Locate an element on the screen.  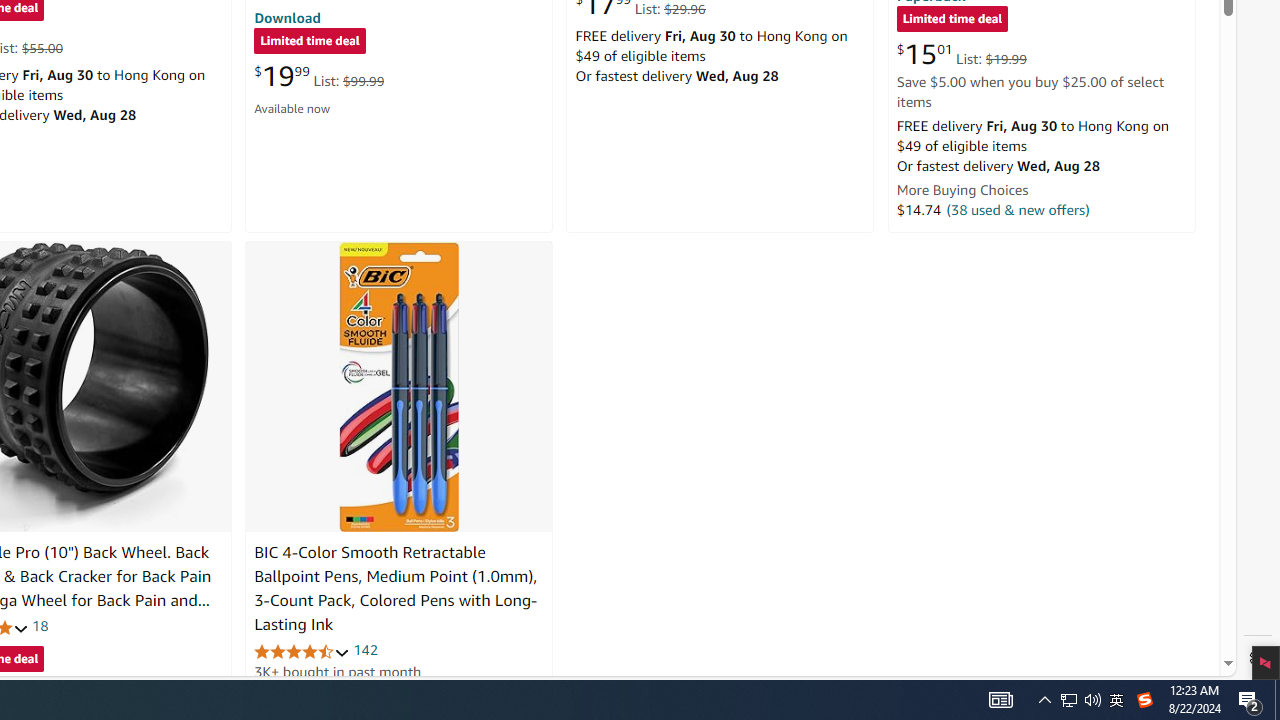
'$19.99 List: $99.99' is located at coordinates (318, 75).